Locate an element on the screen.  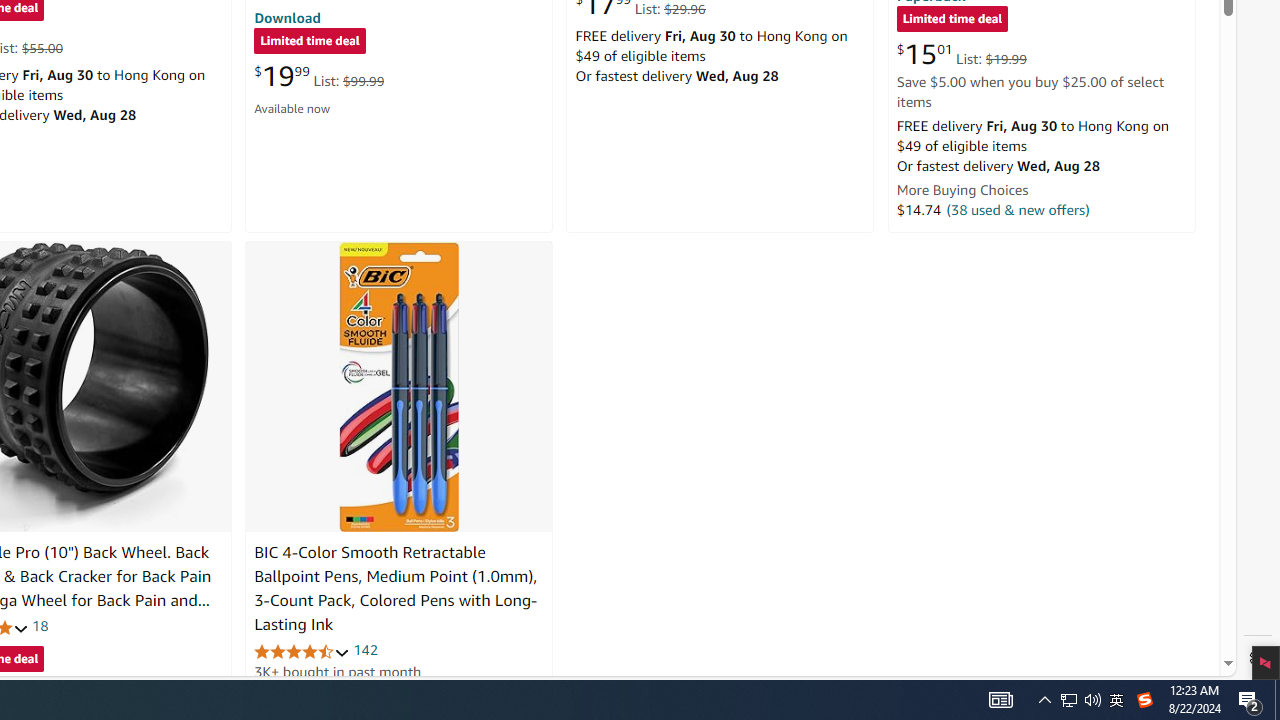
'$19.99 List: $99.99' is located at coordinates (318, 75).